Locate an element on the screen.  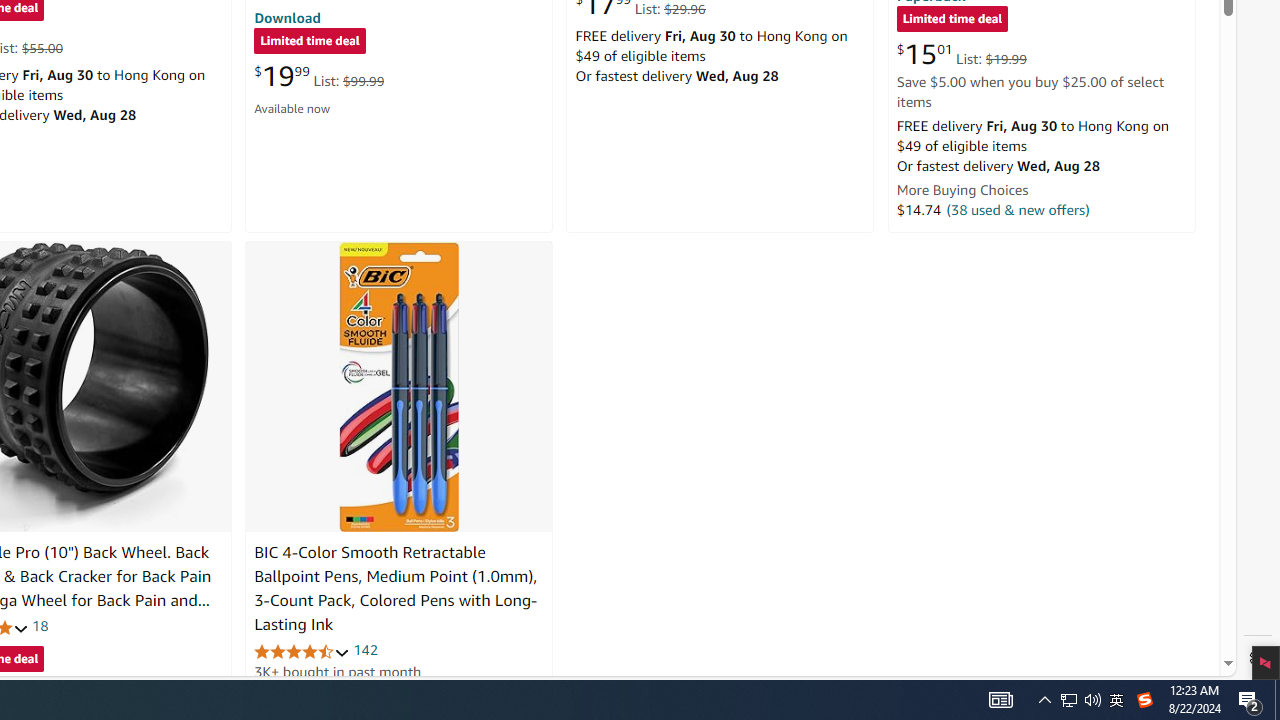
'$19.99 List: $99.99' is located at coordinates (318, 75).